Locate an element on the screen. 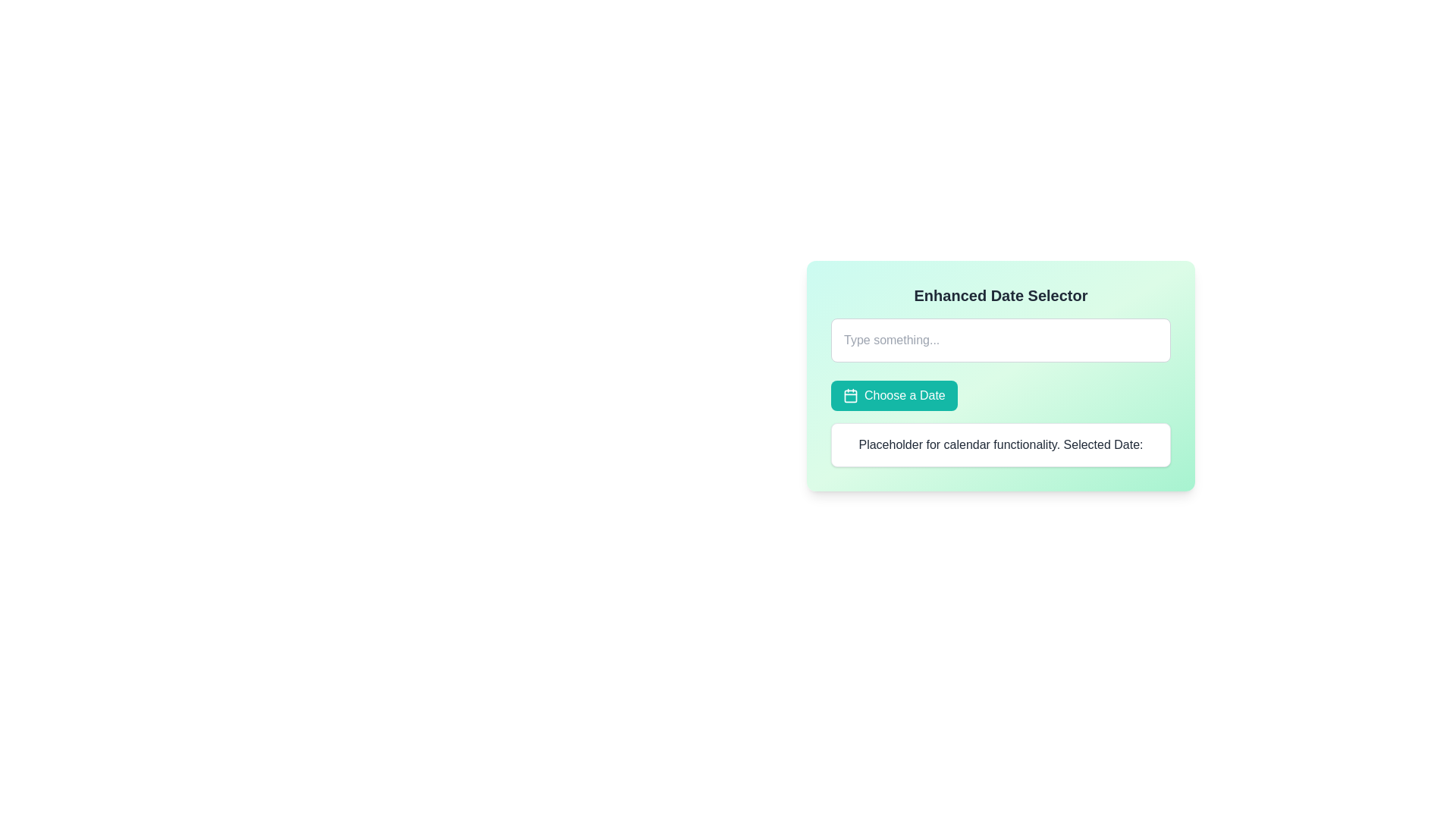 This screenshot has height=819, width=1456. the calendar icon with a teal background, which is centrally placed within the 'Choose a Date' button in the 'Enhanced Date Selector' section is located at coordinates (851, 394).